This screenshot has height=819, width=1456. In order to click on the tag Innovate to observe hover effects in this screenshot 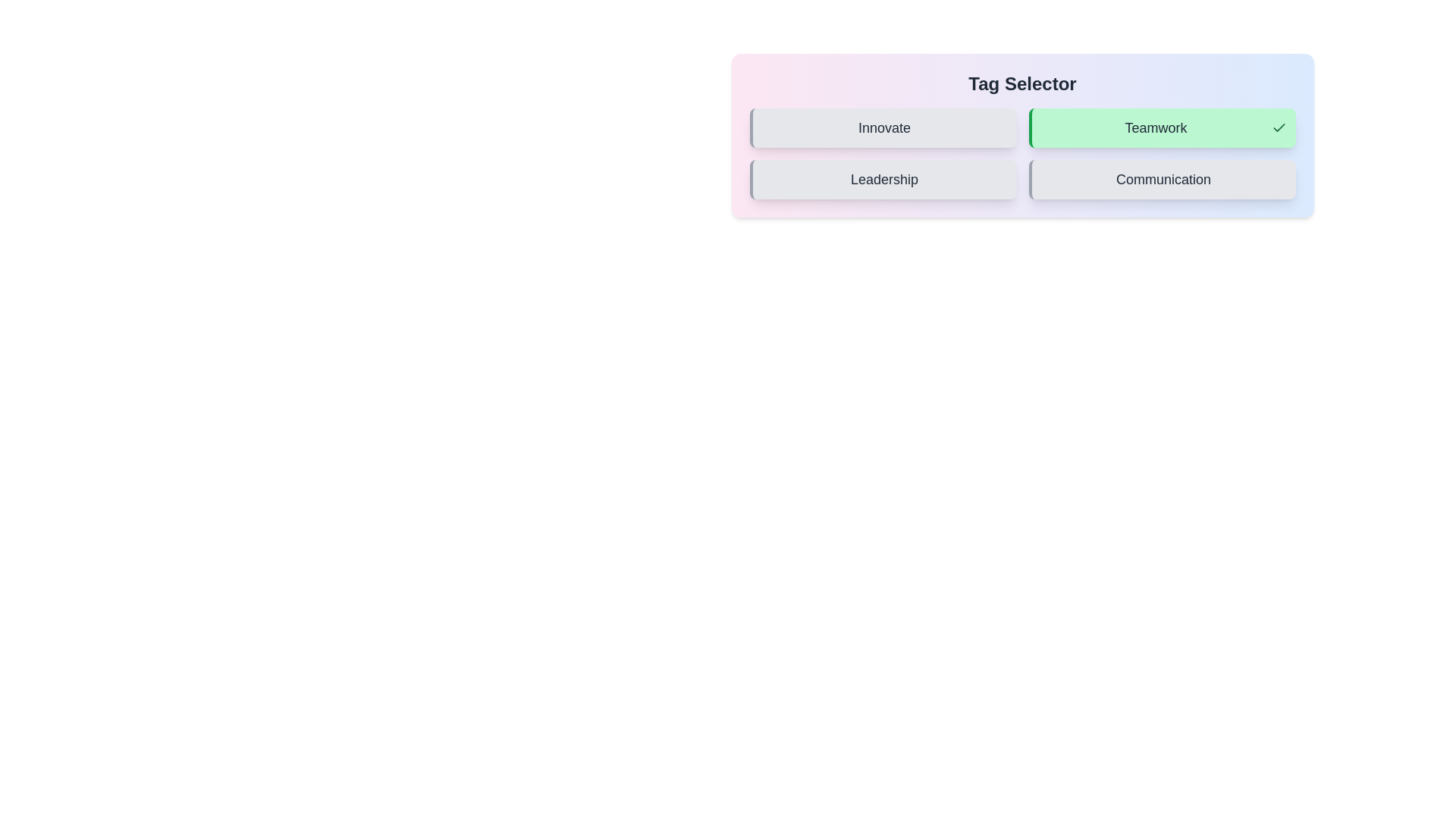, I will do `click(883, 127)`.